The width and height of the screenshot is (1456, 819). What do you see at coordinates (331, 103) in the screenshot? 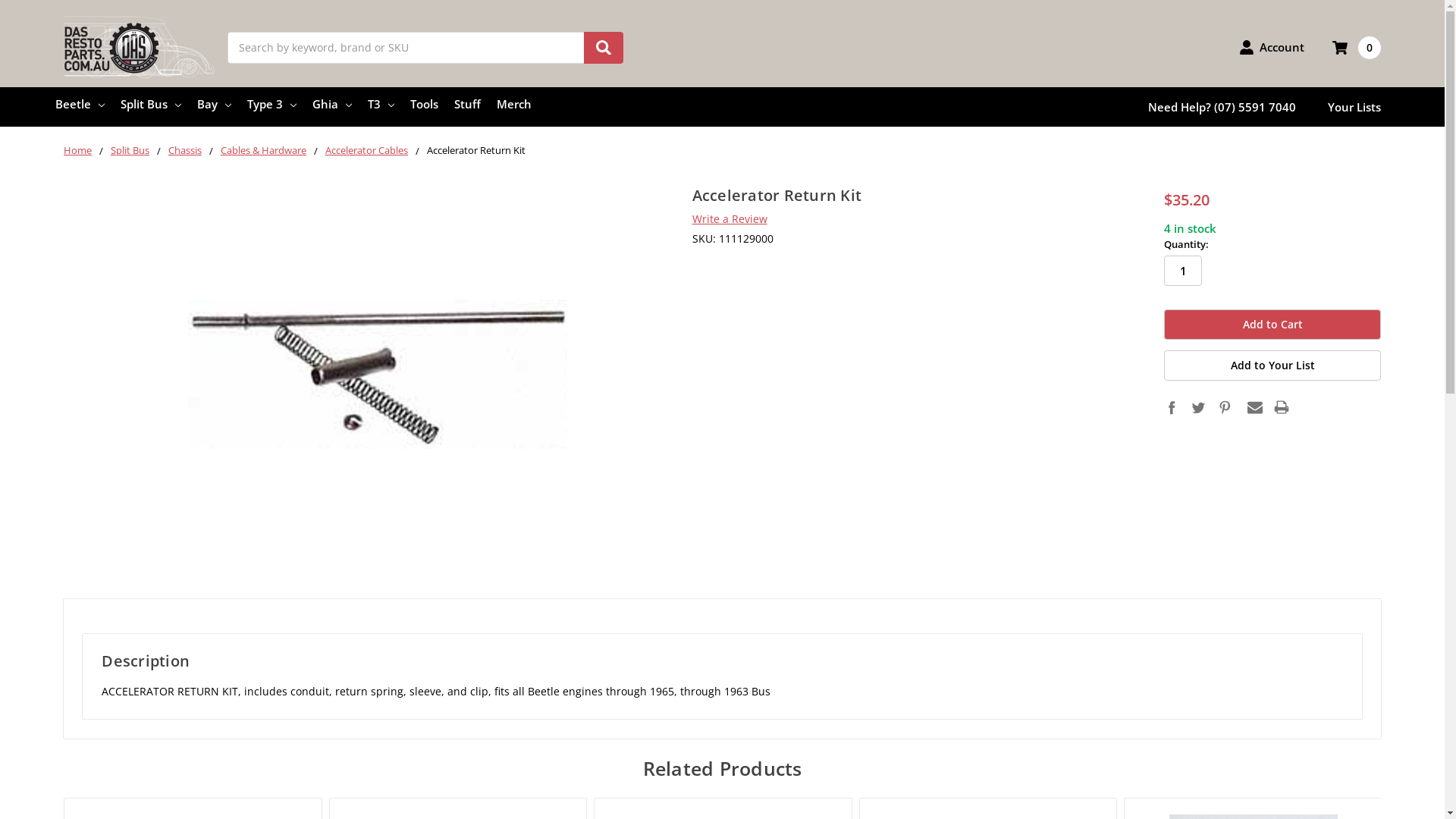
I see `'Ghia'` at bounding box center [331, 103].